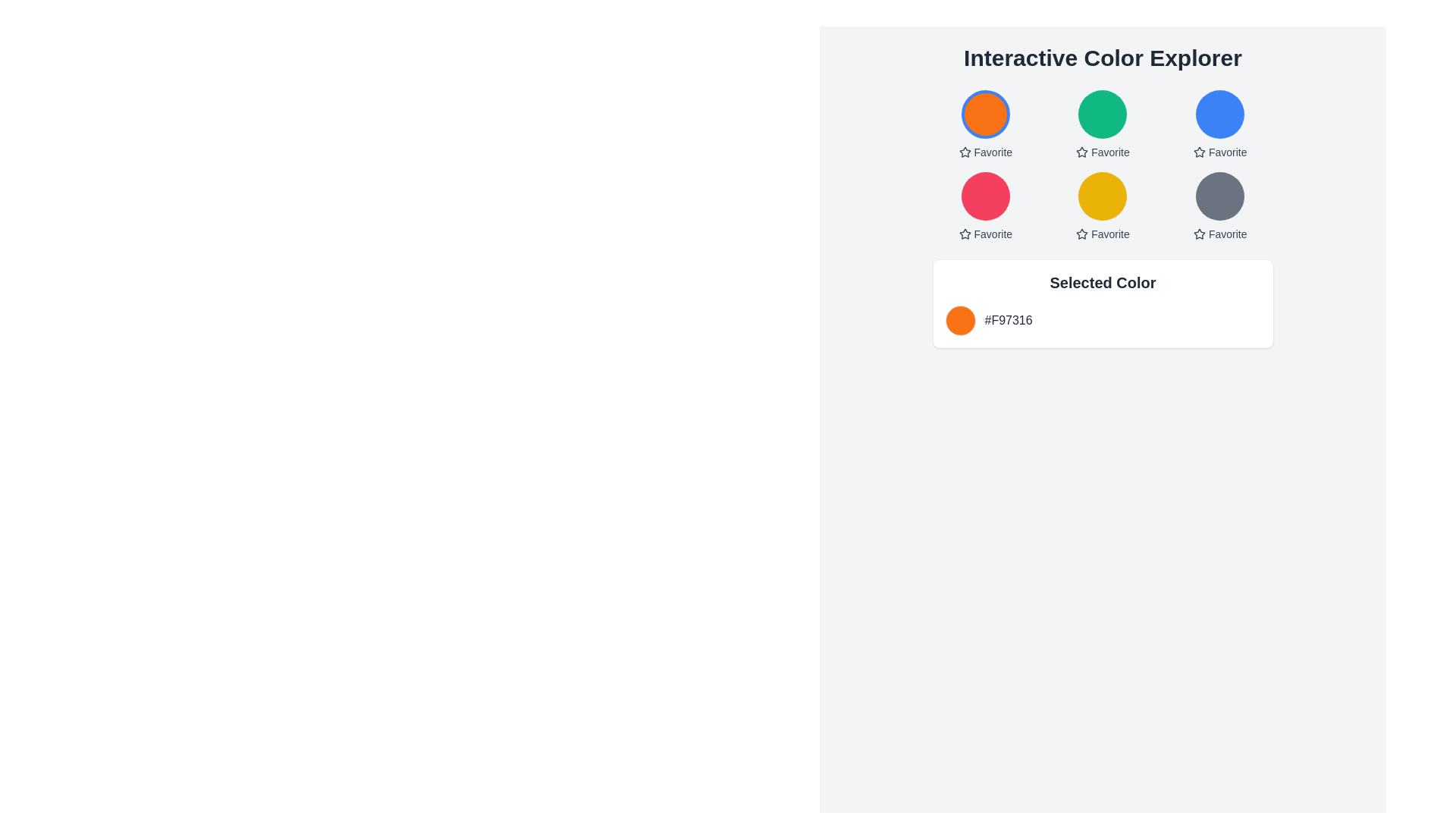  What do you see at coordinates (1198, 234) in the screenshot?
I see `the star-shaped icon` at bounding box center [1198, 234].